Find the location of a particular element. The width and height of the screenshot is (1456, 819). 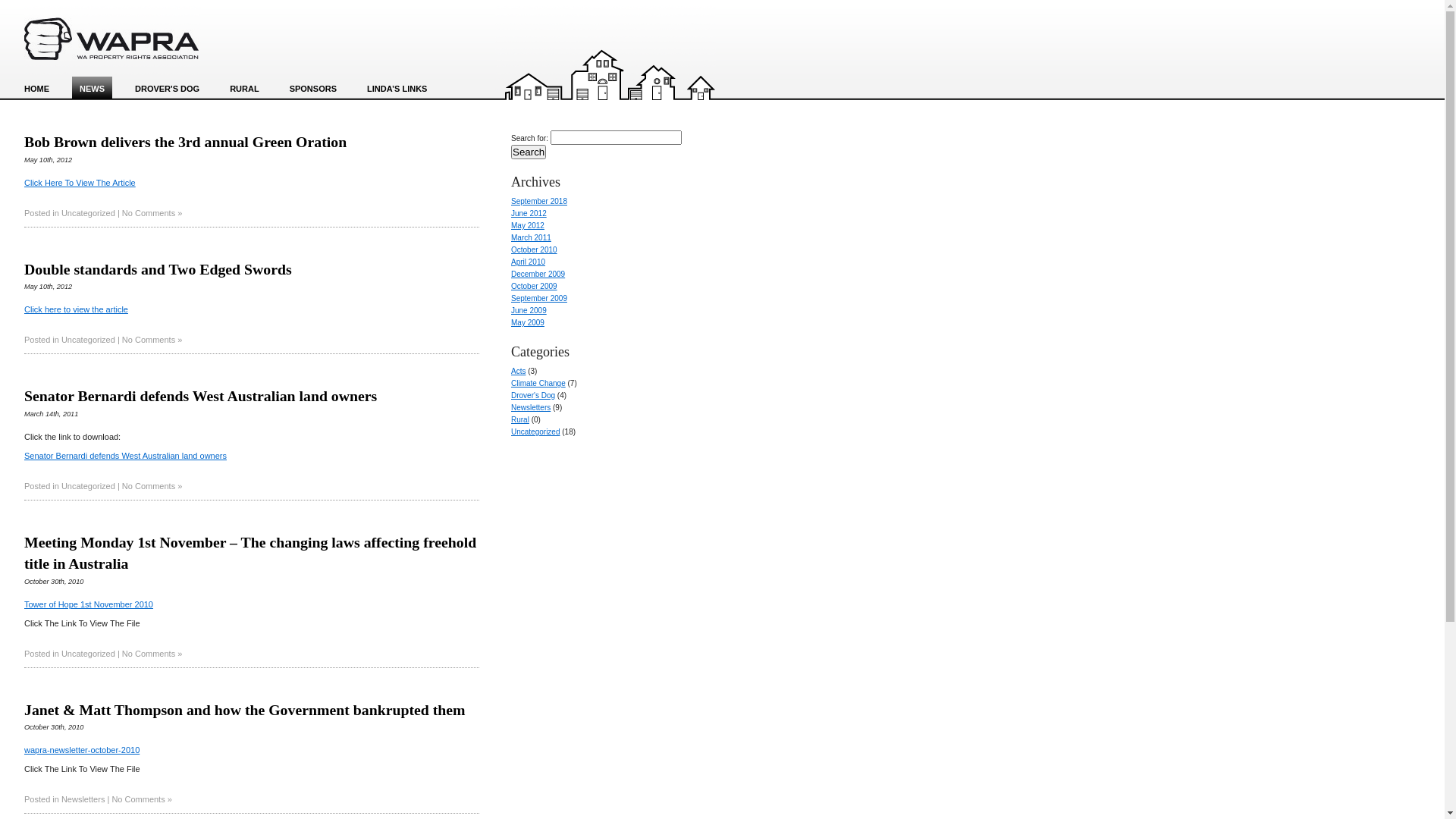

'October 2009' is located at coordinates (534, 286).